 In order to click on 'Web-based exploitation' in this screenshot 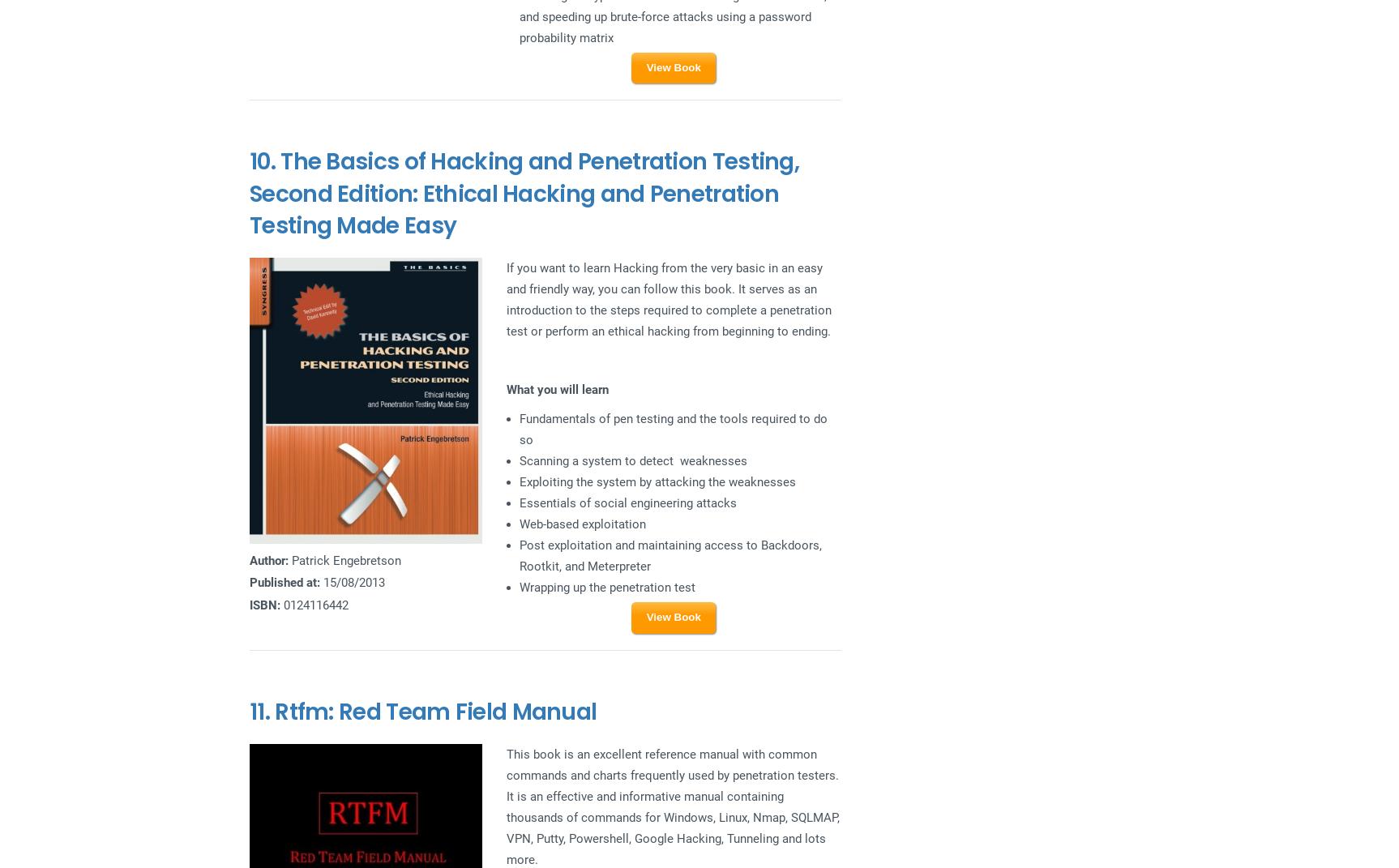, I will do `click(582, 523)`.